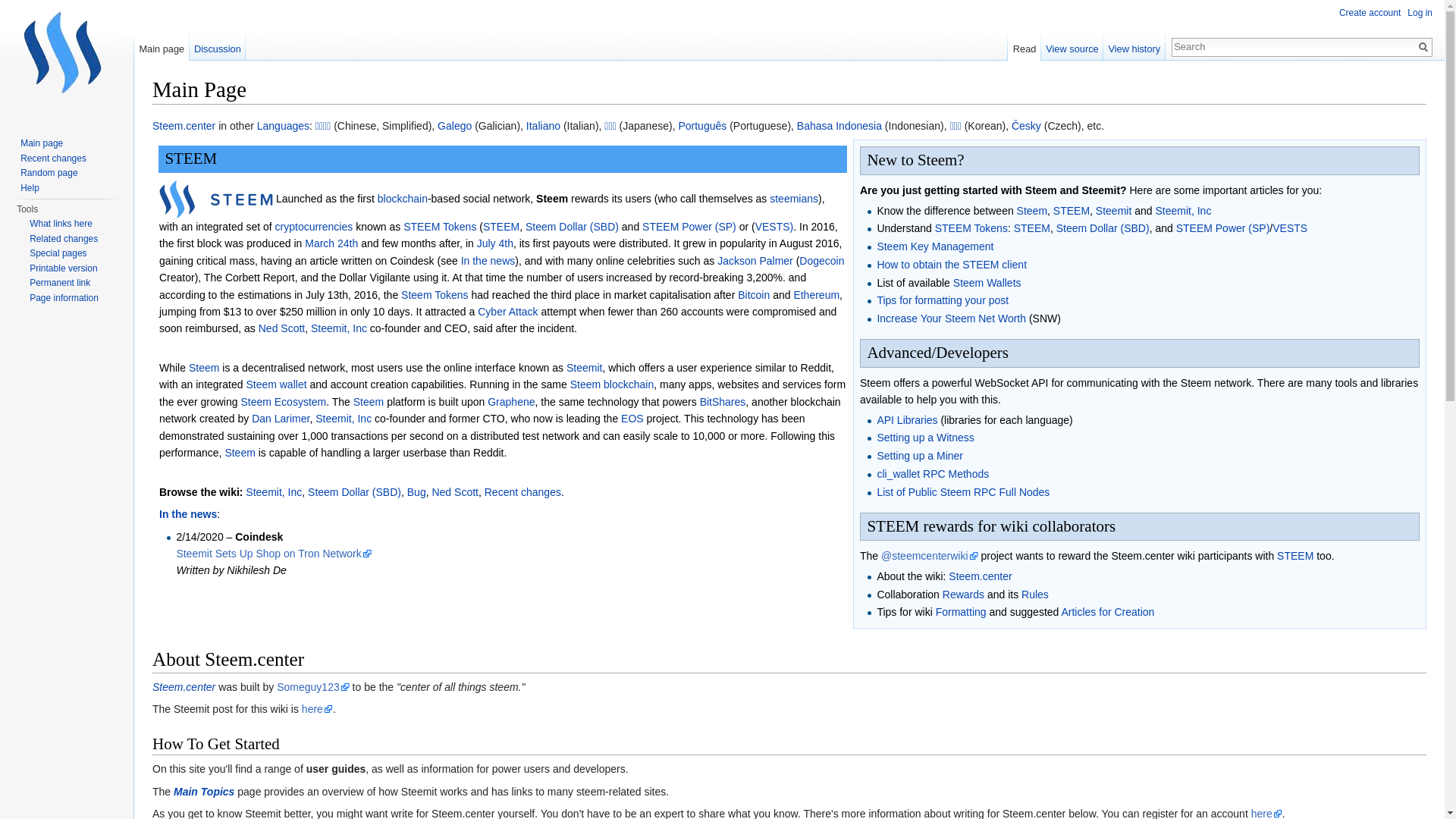 This screenshot has width=1456, height=819. I want to click on 'Steemit, Inc', so click(1182, 210).